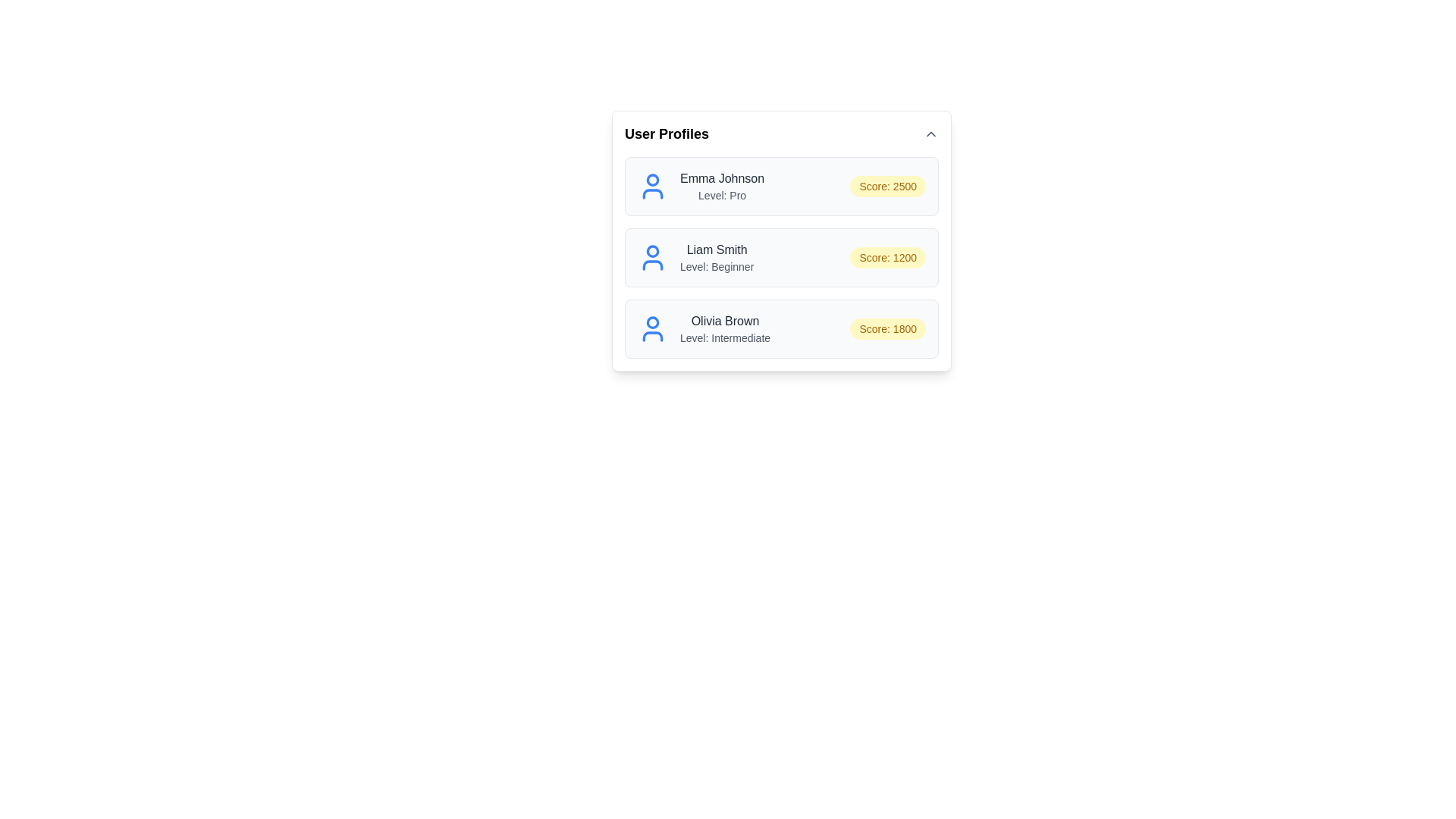 Image resolution: width=1456 pixels, height=819 pixels. I want to click on score displayed in the 'Score: 1200' label on the rounded rectangle within the card of 'Liam Smith' in the 'User Profiles' section, so click(888, 256).